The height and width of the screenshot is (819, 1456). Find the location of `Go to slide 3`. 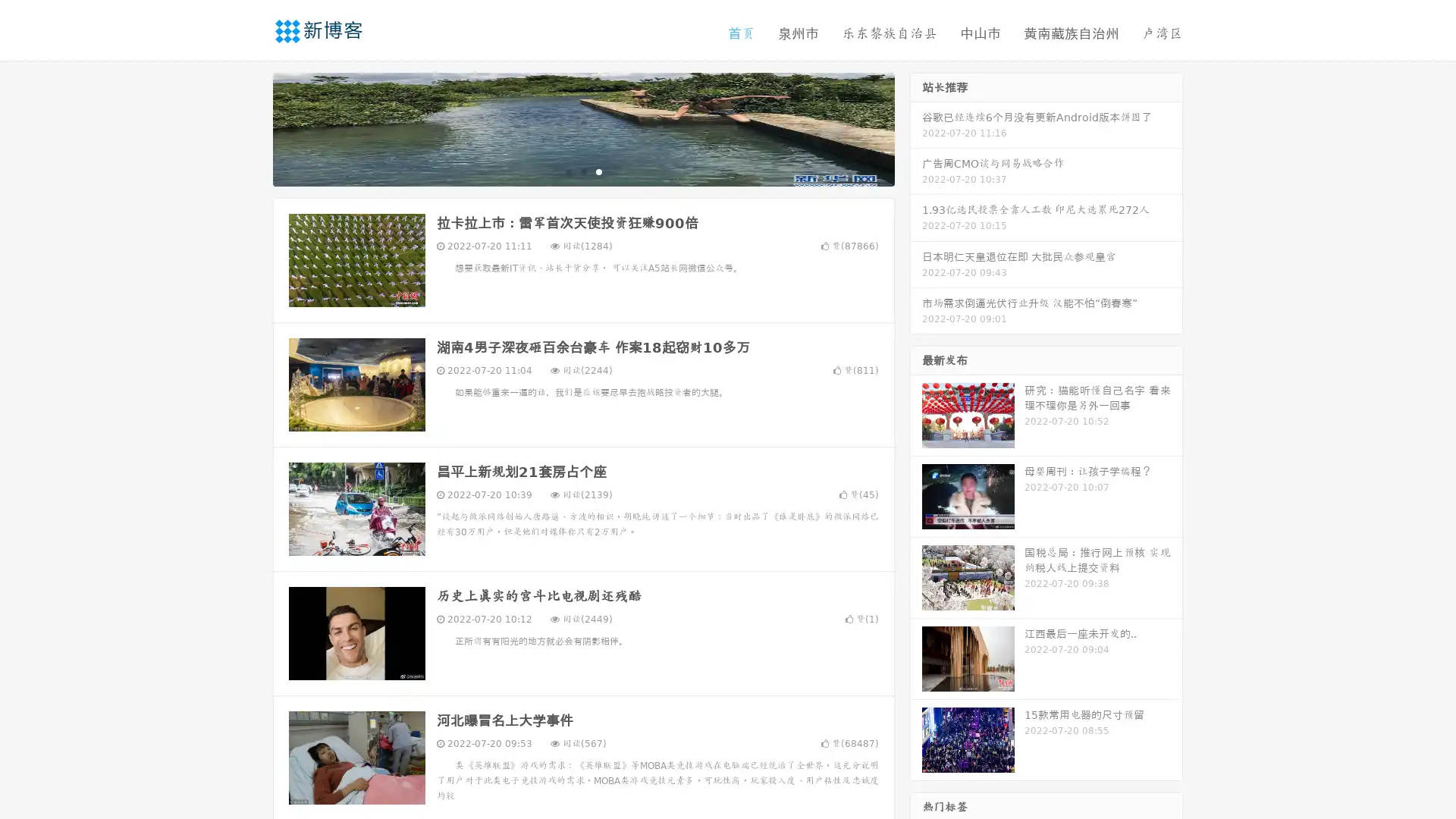

Go to slide 3 is located at coordinates (598, 171).